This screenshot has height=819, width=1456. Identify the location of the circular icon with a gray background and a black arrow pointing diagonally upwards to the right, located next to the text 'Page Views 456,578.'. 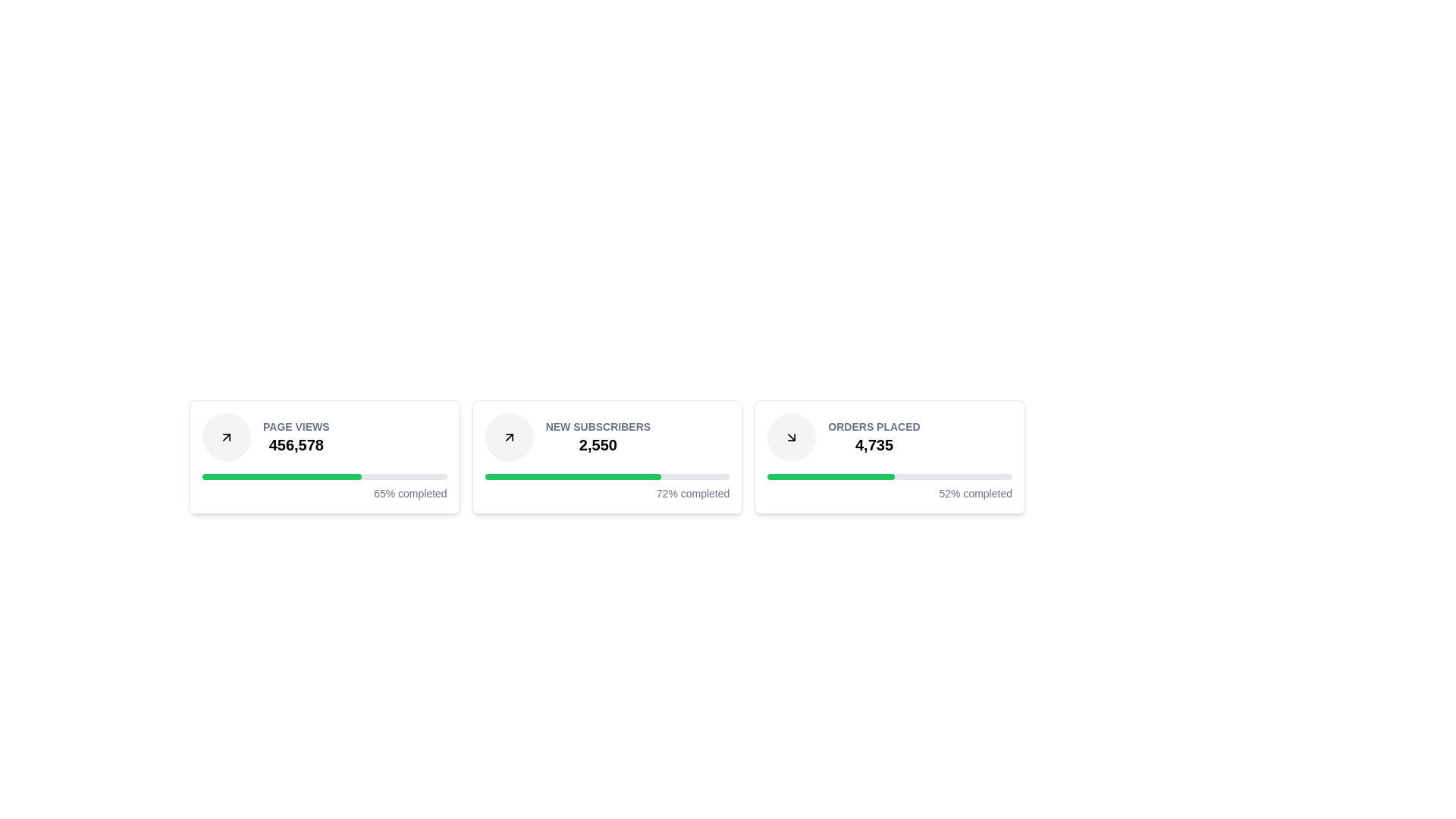
(225, 438).